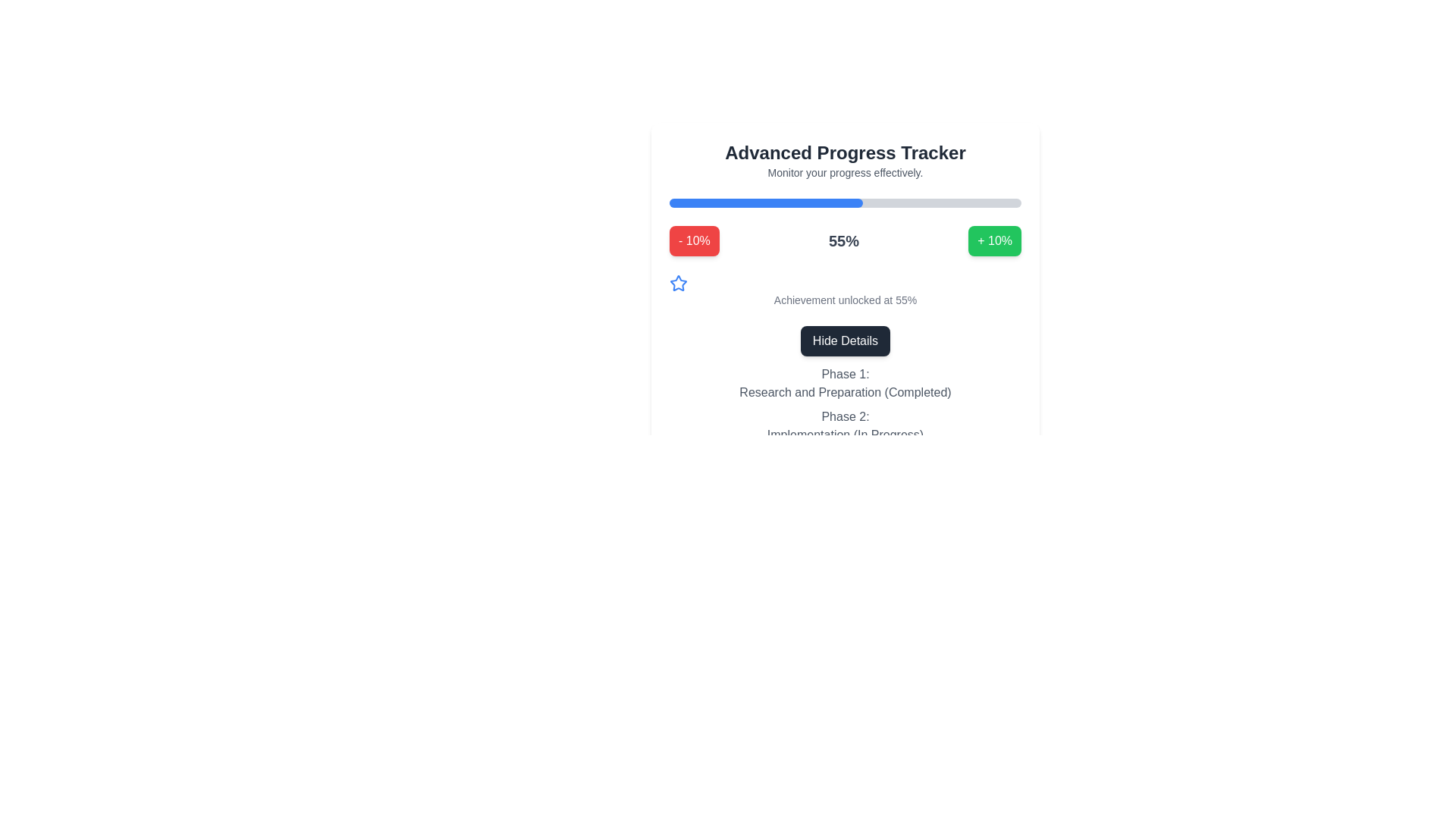  Describe the element at coordinates (844, 426) in the screenshot. I see `the text label displaying 'Phase 2: Implementation (In Progress)' which is centrally located under 'Advanced Progress Tracker'` at that location.